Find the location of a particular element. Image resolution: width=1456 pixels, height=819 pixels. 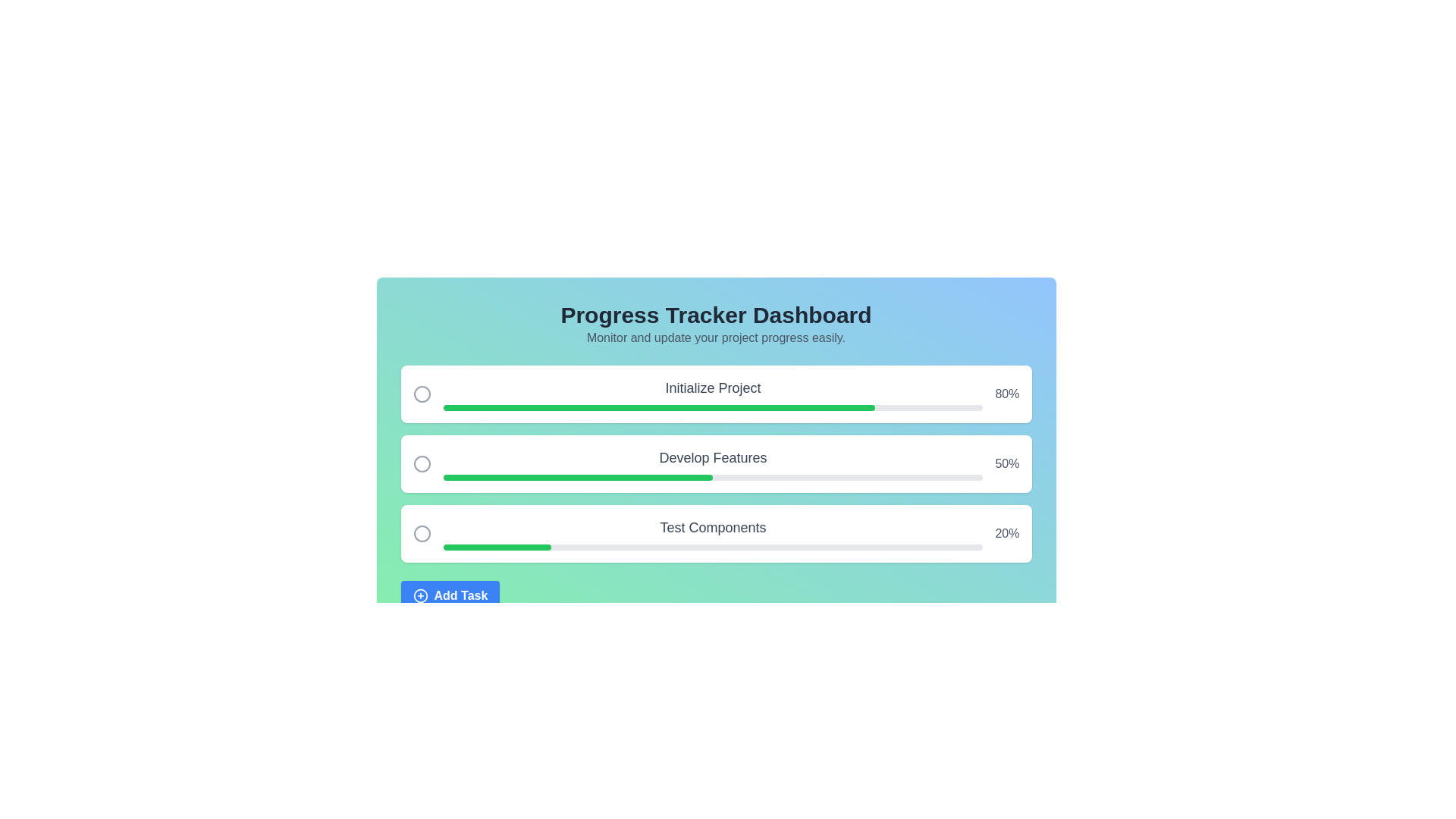

the percentage progress text located in the bottom-right corner of the 'Test Components' section, immediately to the right of the progress bar is located at coordinates (1007, 533).